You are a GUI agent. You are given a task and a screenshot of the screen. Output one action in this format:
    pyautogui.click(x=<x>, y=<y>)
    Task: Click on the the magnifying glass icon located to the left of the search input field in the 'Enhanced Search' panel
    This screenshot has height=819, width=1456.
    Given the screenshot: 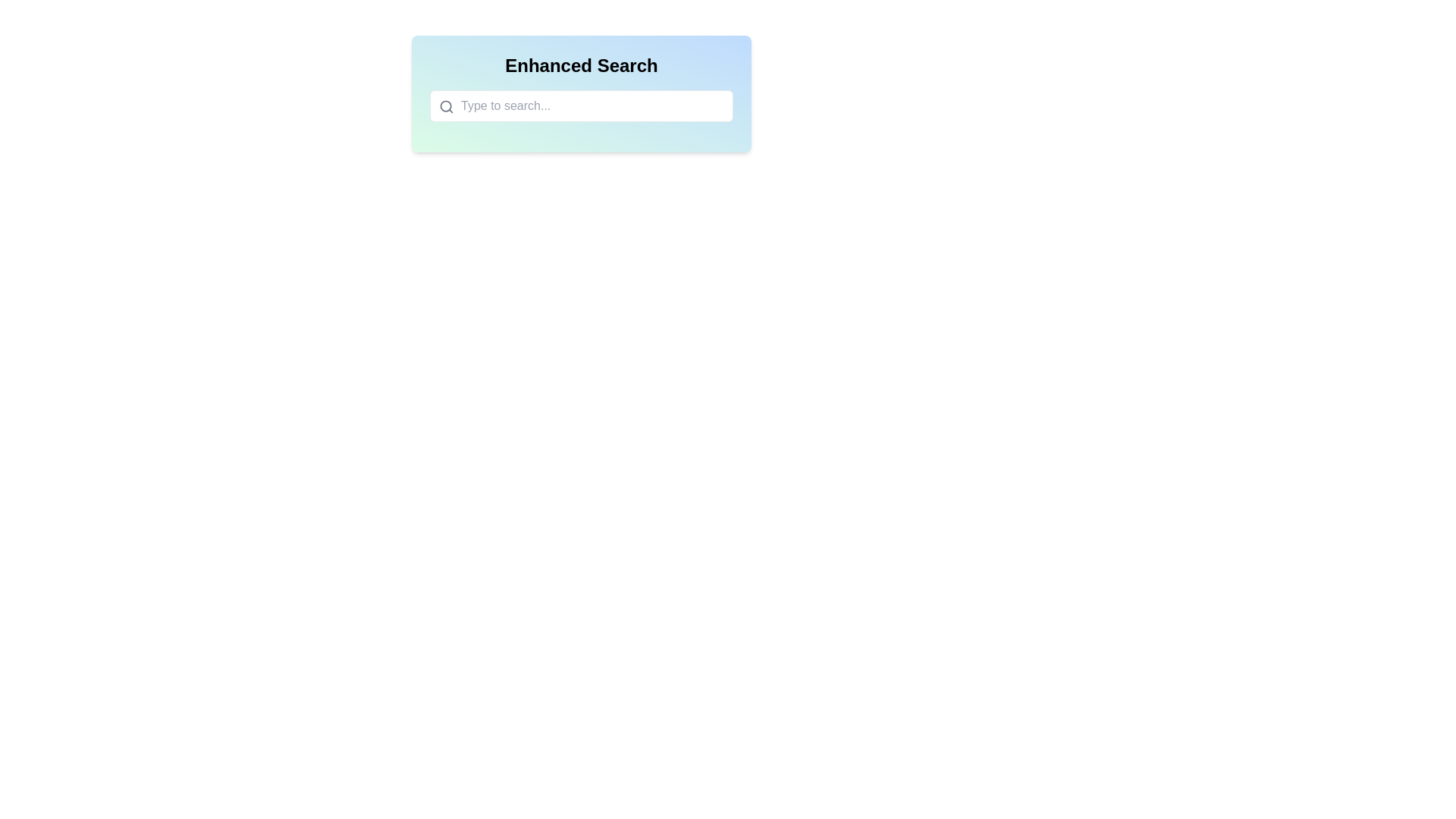 What is the action you would take?
    pyautogui.click(x=581, y=93)
    